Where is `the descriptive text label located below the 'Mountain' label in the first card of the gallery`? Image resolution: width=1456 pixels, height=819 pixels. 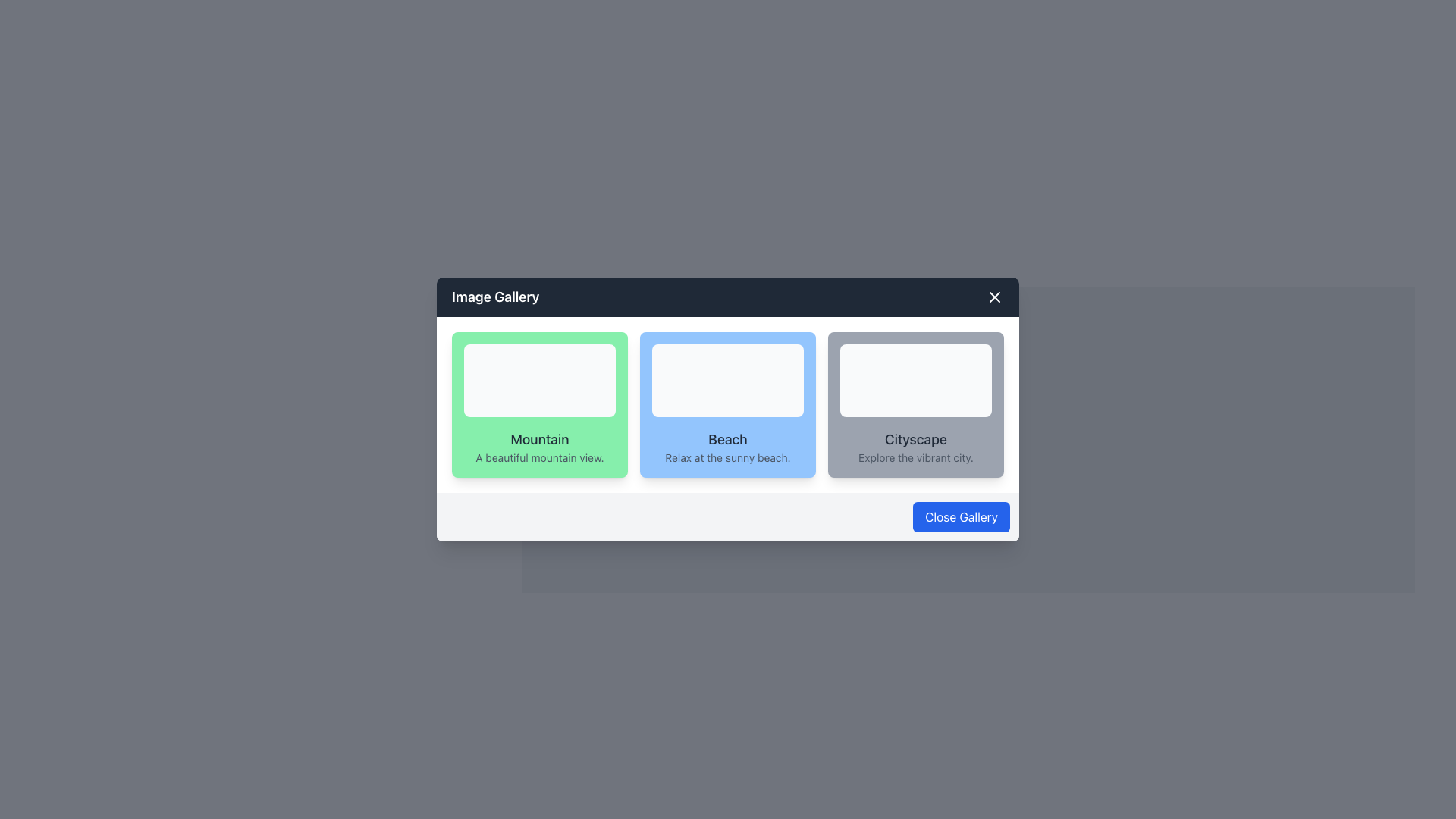
the descriptive text label located below the 'Mountain' label in the first card of the gallery is located at coordinates (539, 457).